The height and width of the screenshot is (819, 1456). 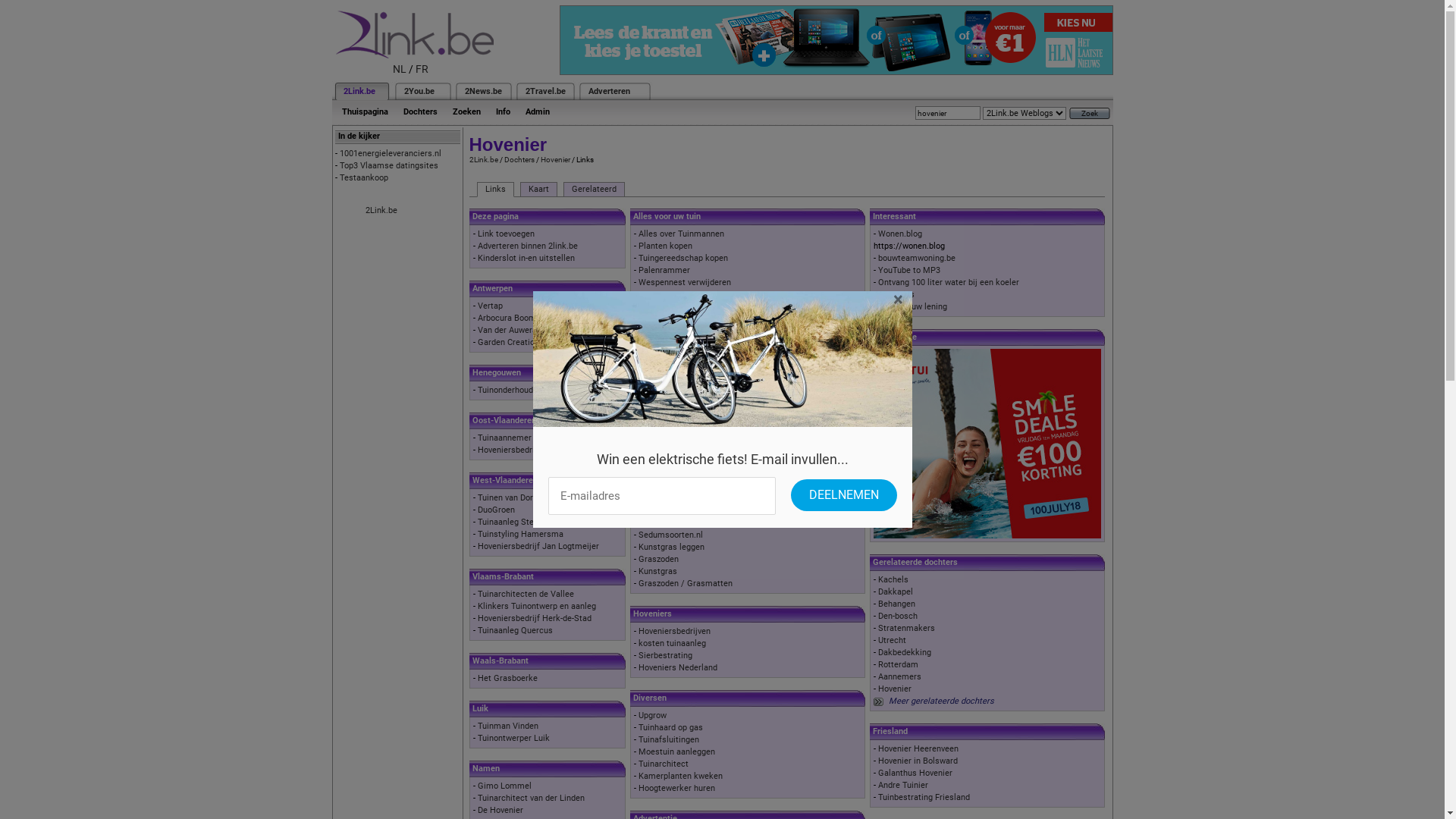 What do you see at coordinates (670, 726) in the screenshot?
I see `'Tuinhaard op gas'` at bounding box center [670, 726].